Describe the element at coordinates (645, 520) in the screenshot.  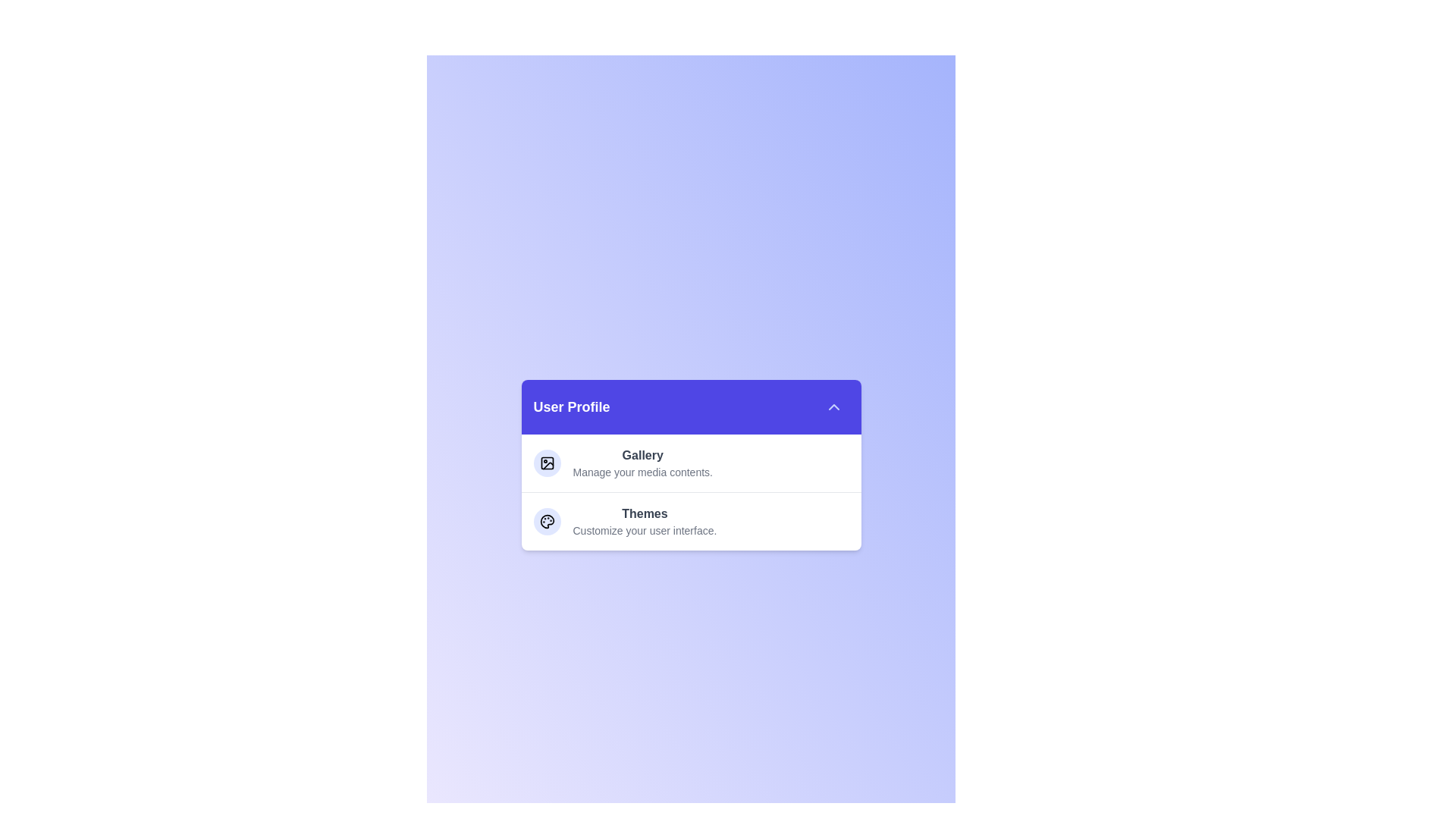
I see `the menu option Themes by clicking on it` at that location.